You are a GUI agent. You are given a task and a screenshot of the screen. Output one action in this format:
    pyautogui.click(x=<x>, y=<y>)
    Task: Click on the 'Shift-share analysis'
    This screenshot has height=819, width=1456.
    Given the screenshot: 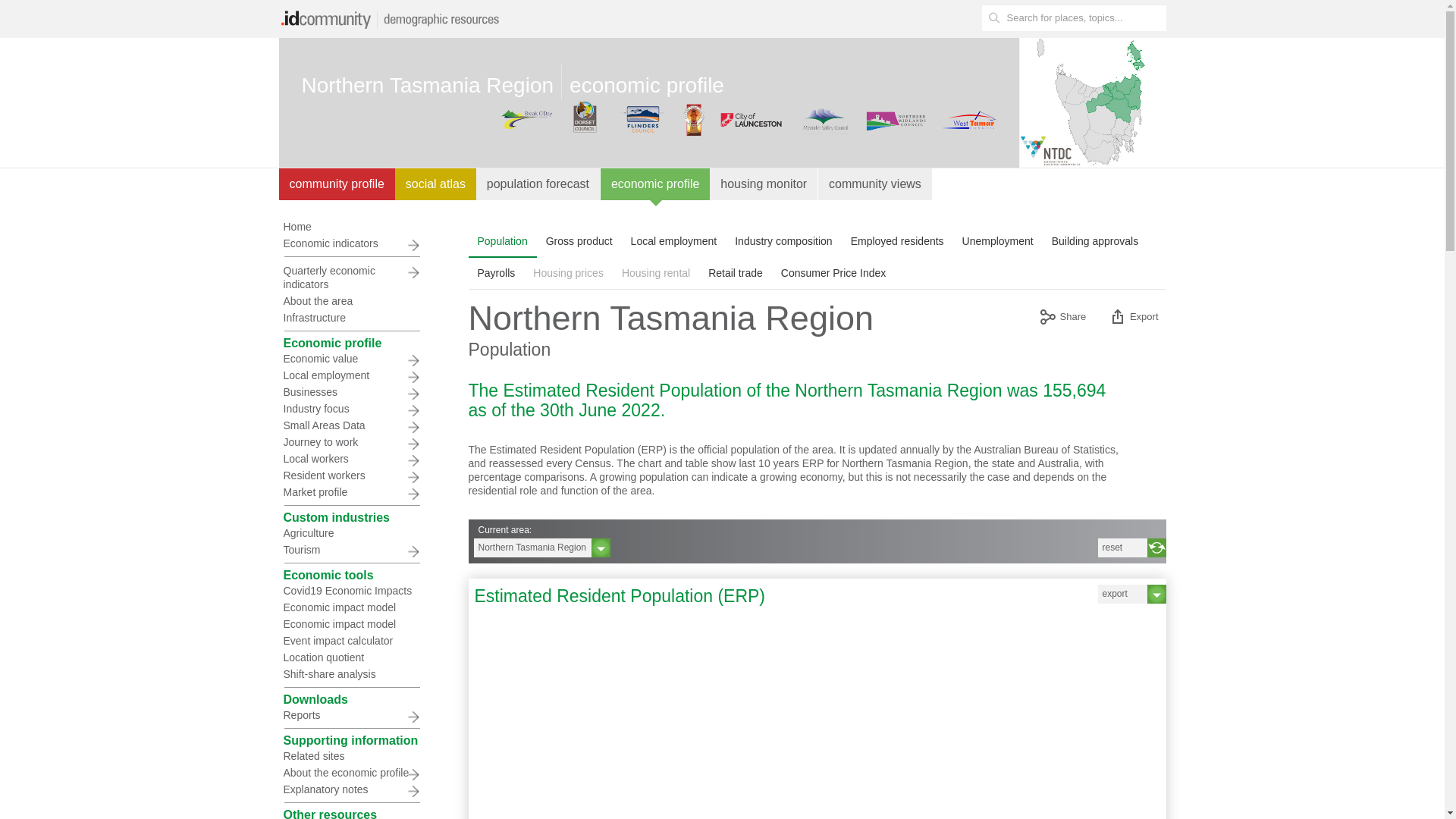 What is the action you would take?
    pyautogui.click(x=350, y=673)
    